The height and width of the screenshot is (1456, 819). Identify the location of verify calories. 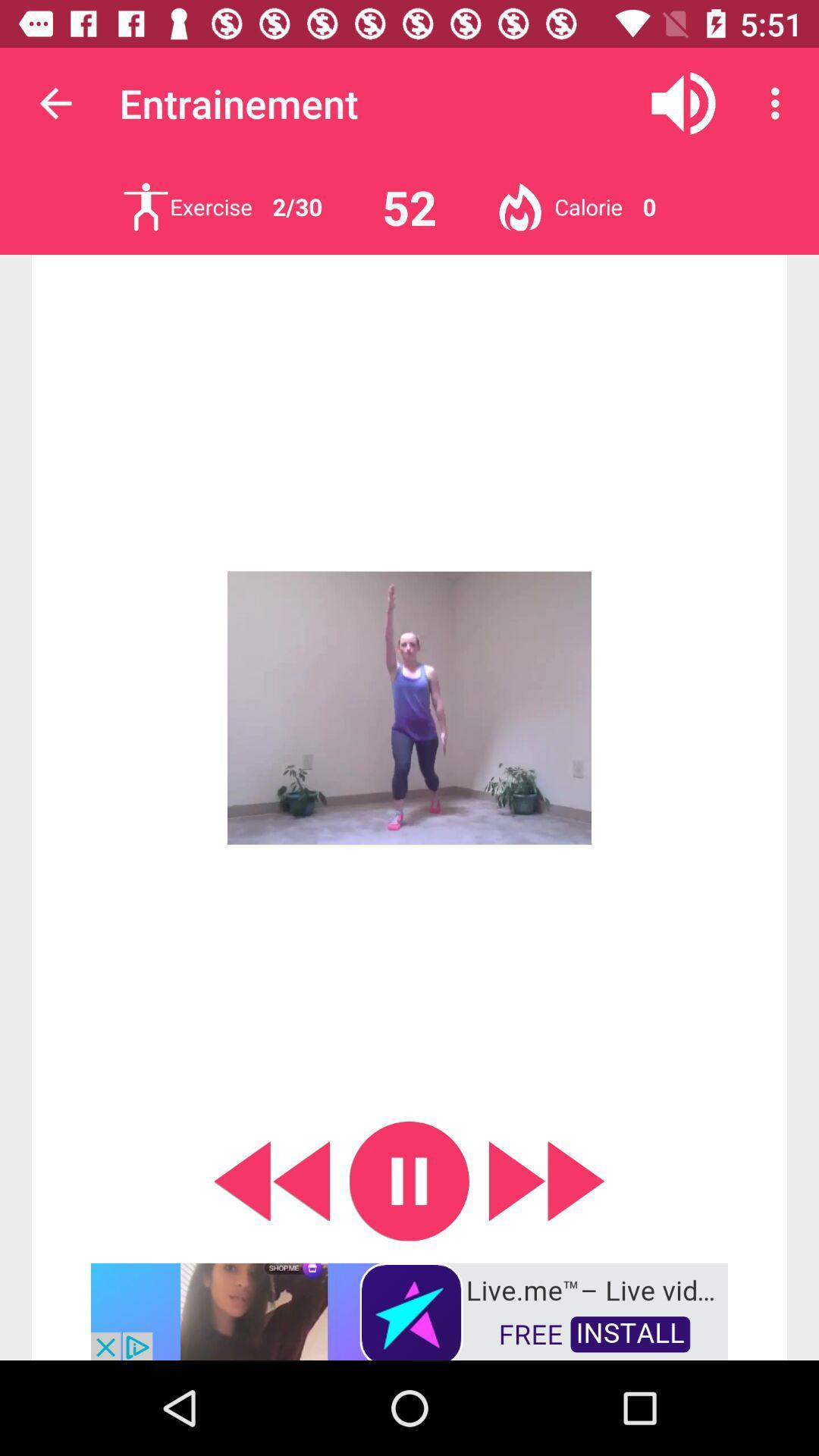
(519, 206).